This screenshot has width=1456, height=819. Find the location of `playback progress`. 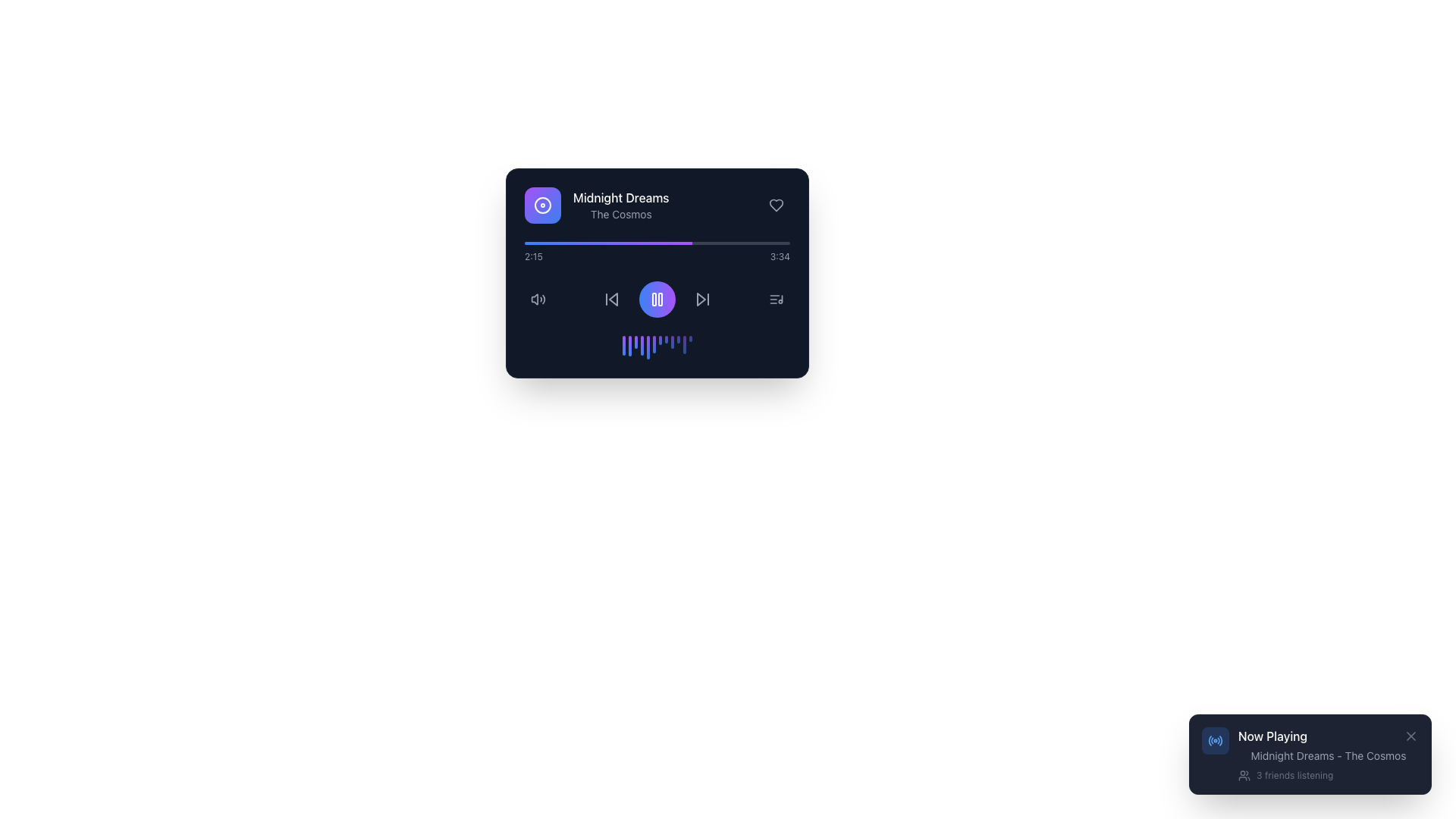

playback progress is located at coordinates (635, 242).